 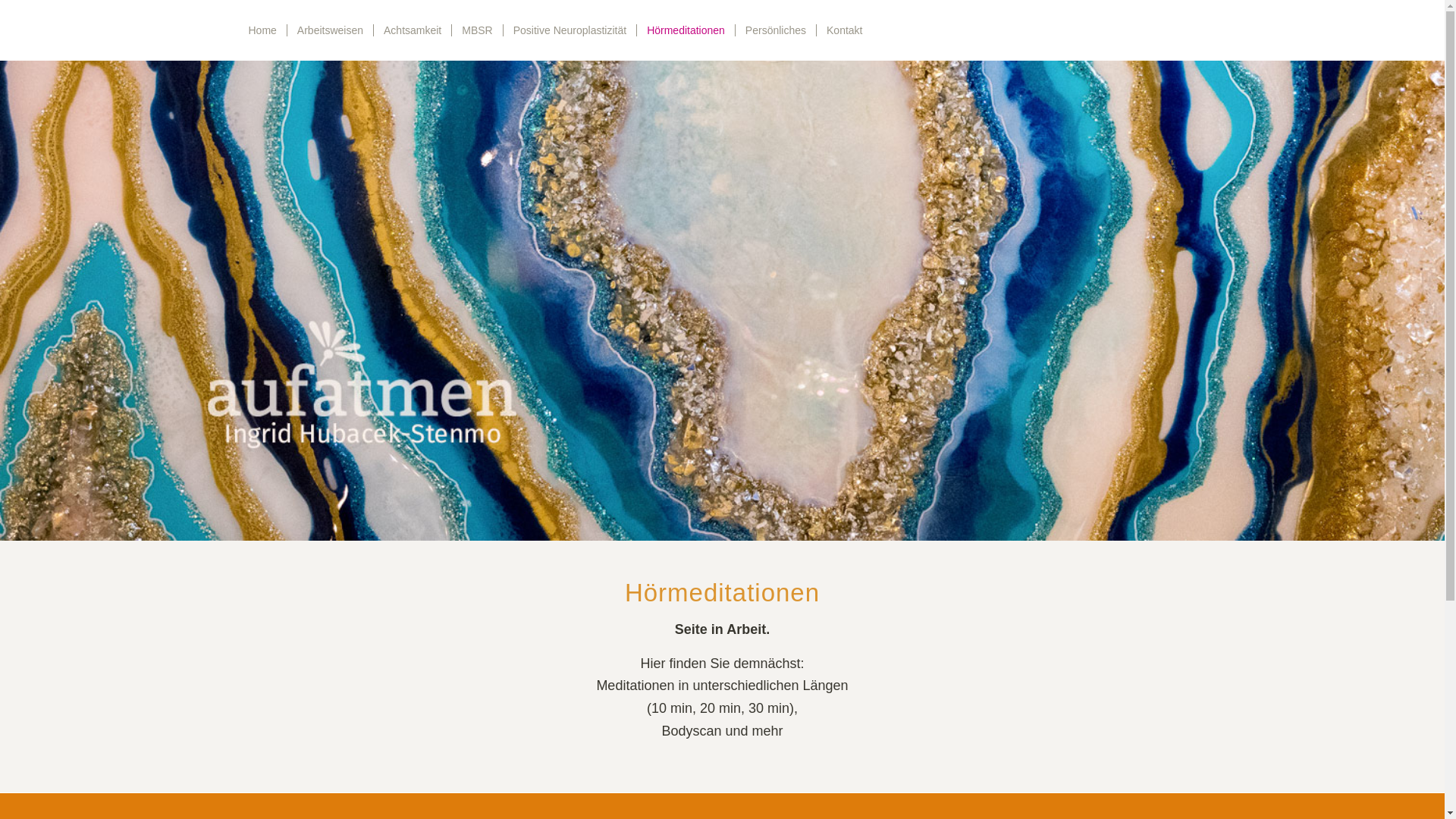 I want to click on 'MBSR', so click(x=475, y=30).